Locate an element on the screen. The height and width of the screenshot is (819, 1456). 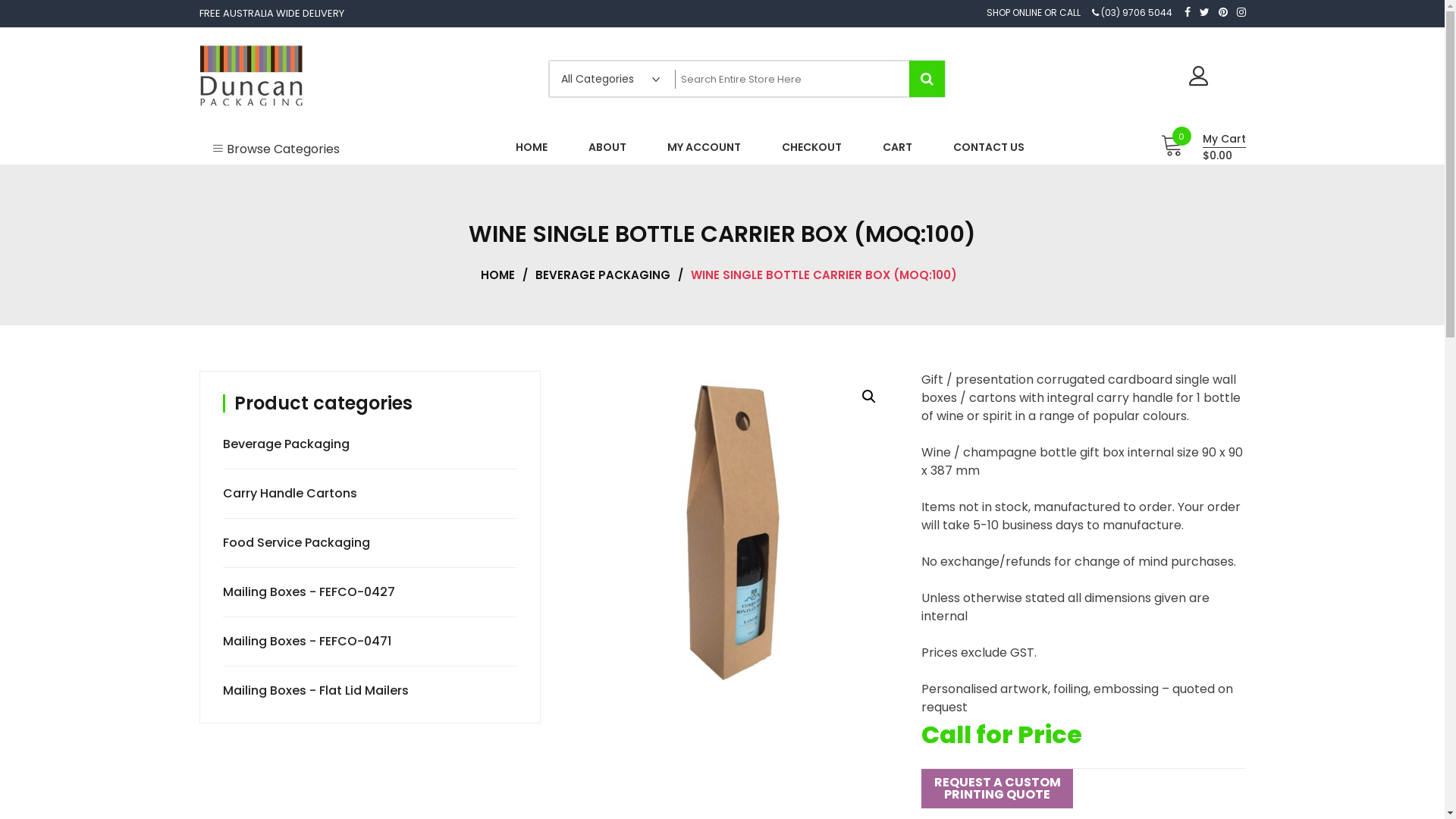
'HOME' is located at coordinates (501, 275).